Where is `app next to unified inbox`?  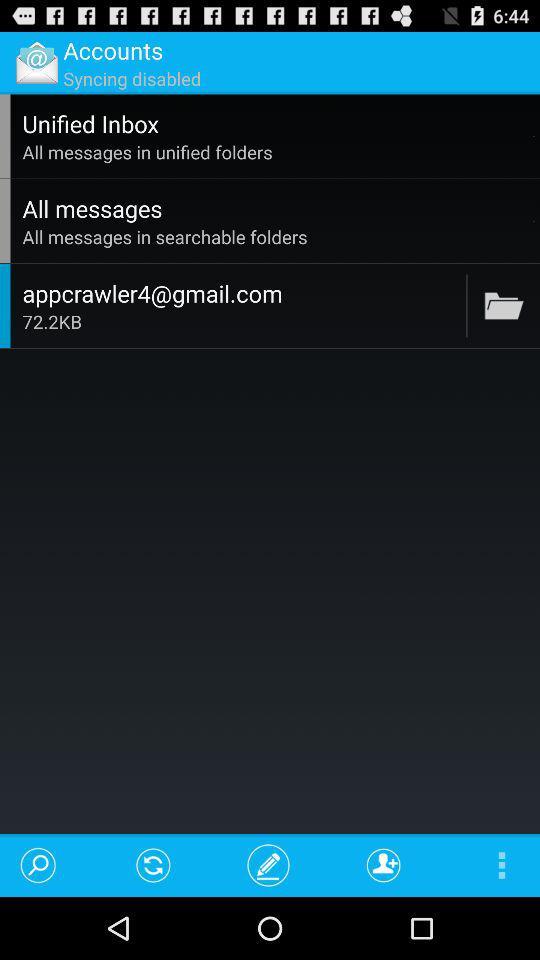 app next to unified inbox is located at coordinates (534, 135).